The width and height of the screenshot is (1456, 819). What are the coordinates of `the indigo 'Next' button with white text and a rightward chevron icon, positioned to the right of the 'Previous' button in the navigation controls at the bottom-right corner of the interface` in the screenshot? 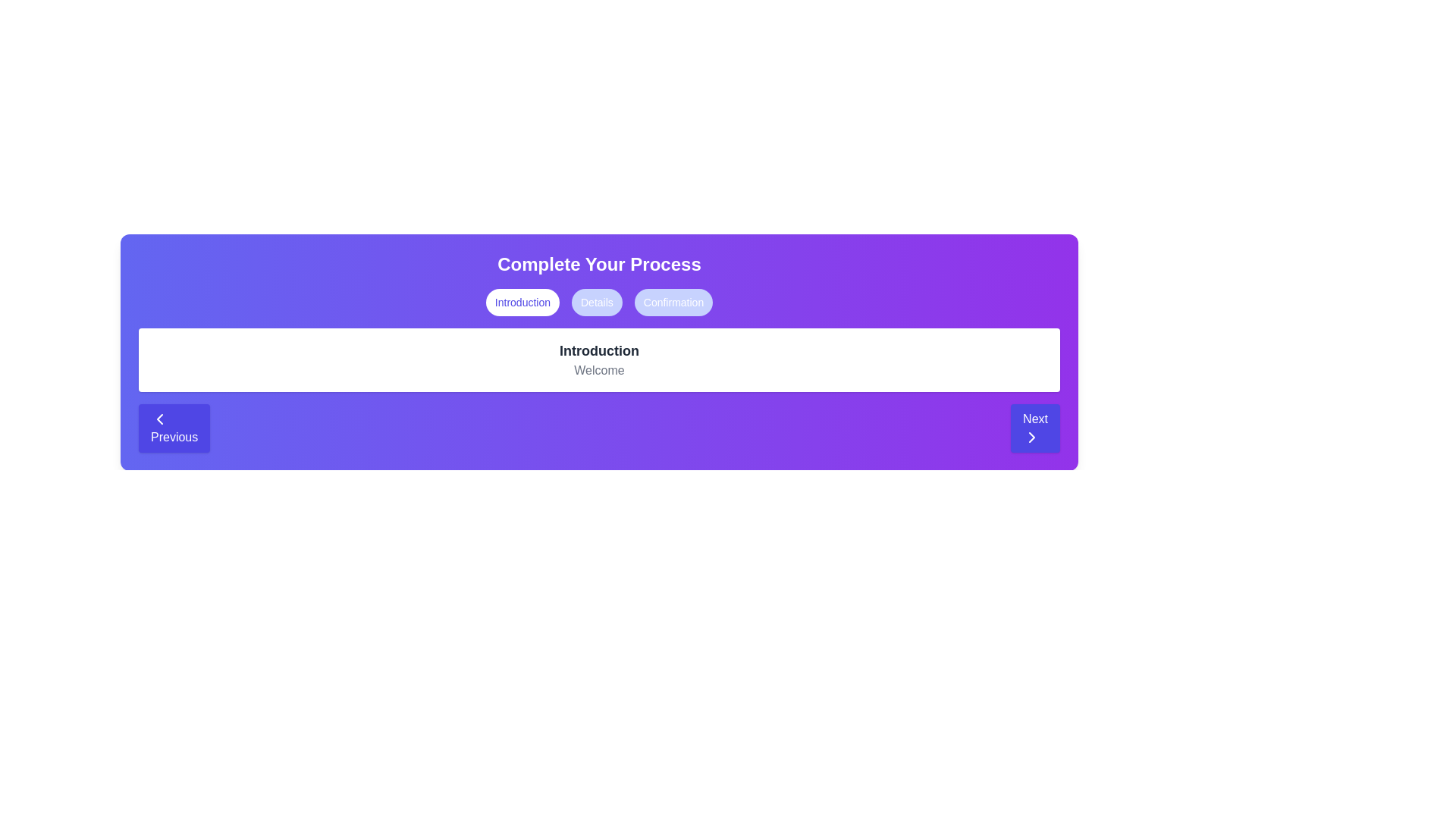 It's located at (1034, 428).